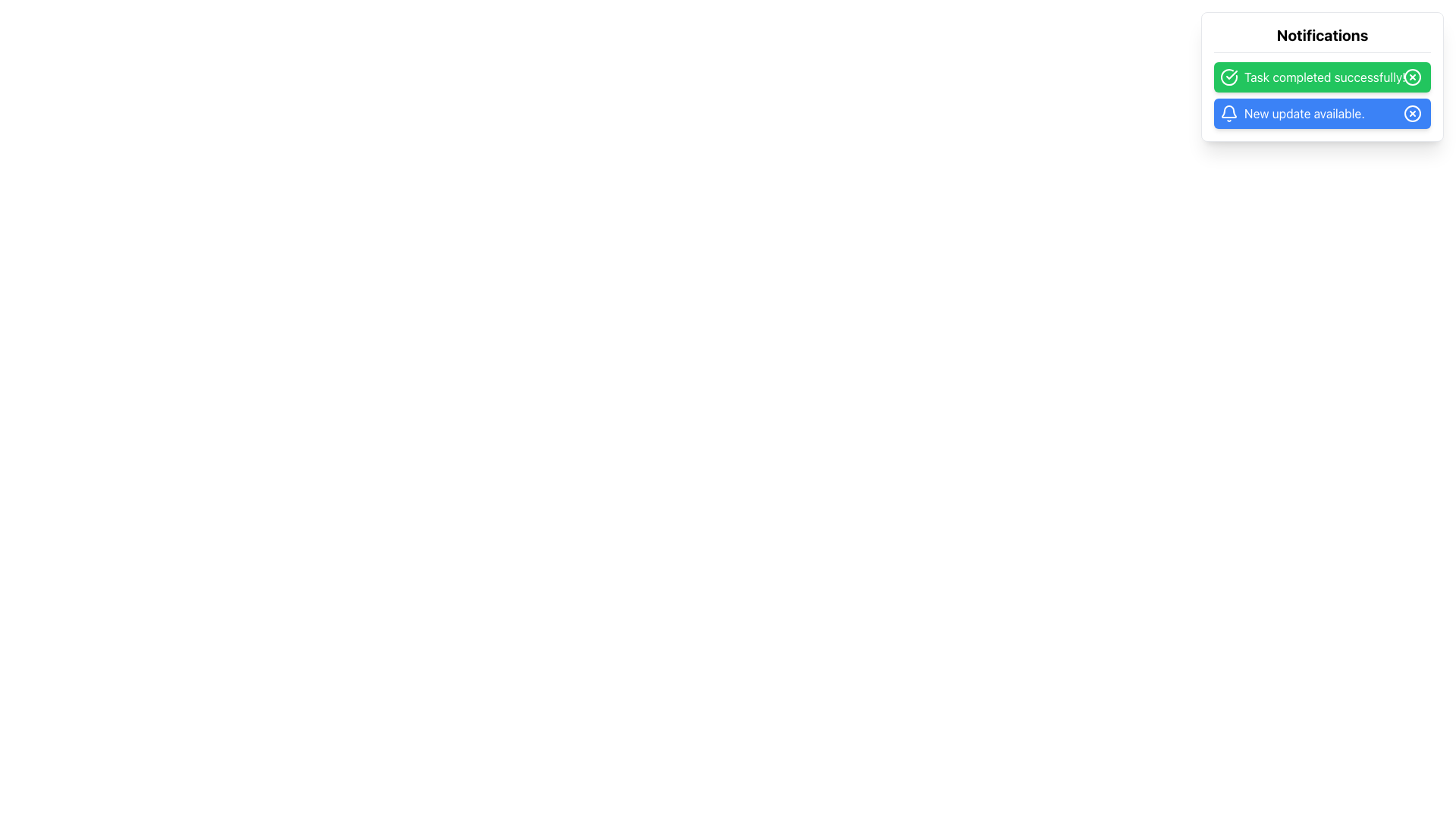 The height and width of the screenshot is (819, 1456). Describe the element at coordinates (1229, 113) in the screenshot. I see `the bell-shaped icon element located to the left of the text 'New update available.'` at that location.